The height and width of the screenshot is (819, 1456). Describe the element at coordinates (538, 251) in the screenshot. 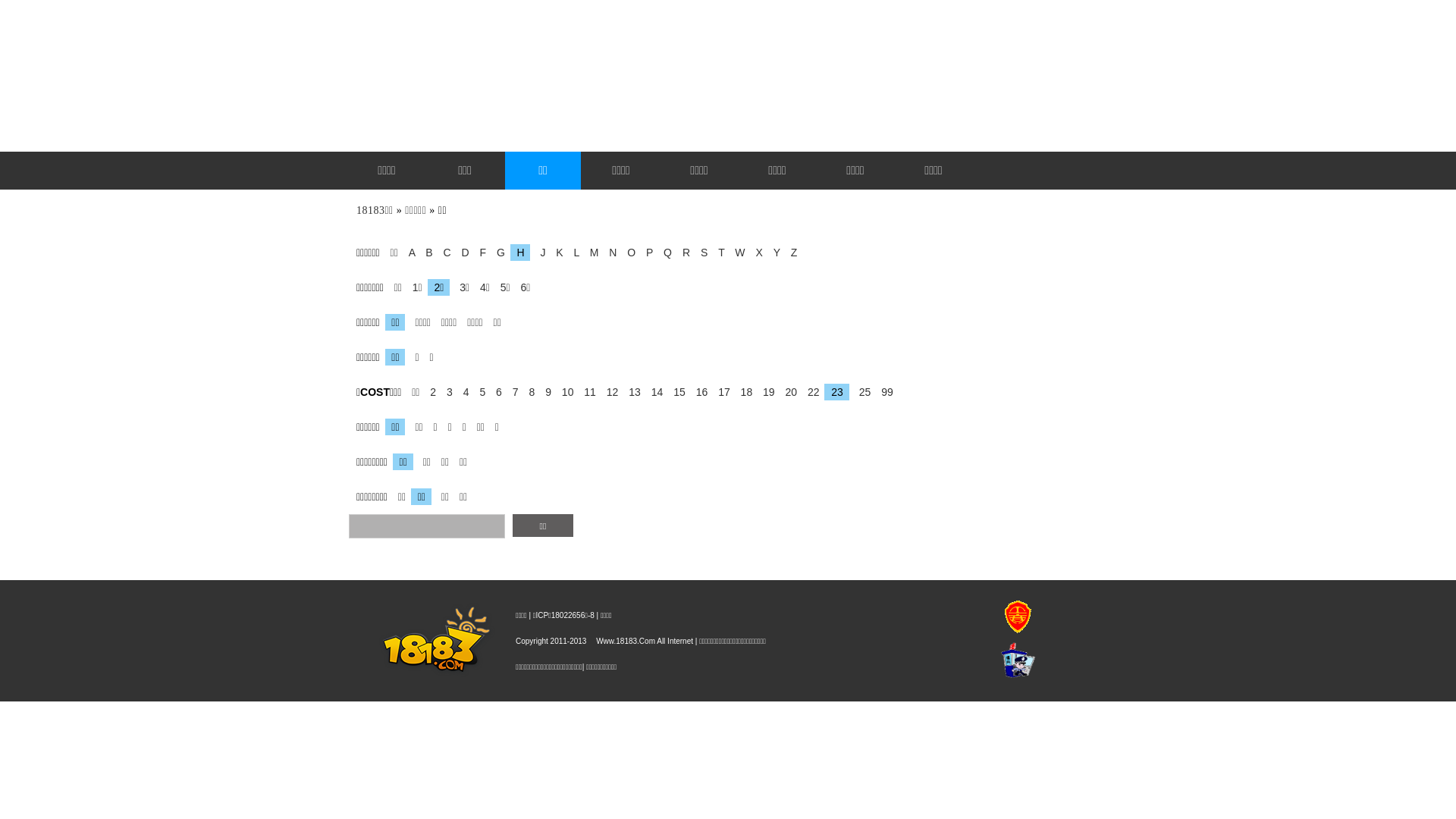

I see `'J'` at that location.